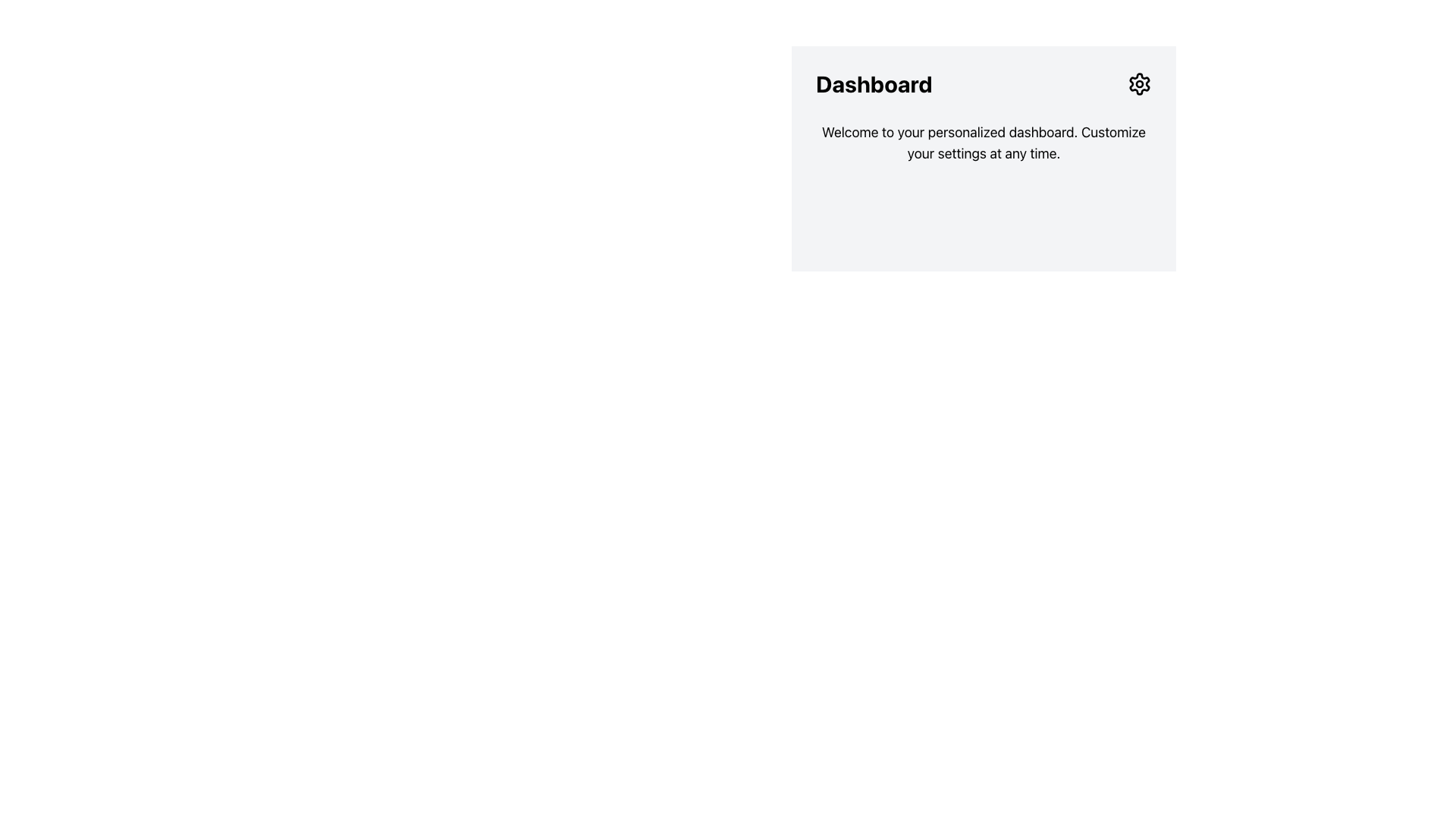 The width and height of the screenshot is (1456, 819). What do you see at coordinates (984, 143) in the screenshot?
I see `the Static Text Block that displays the message 'Welcome to your personalized dashboard. Customize your settings at any time.'` at bounding box center [984, 143].